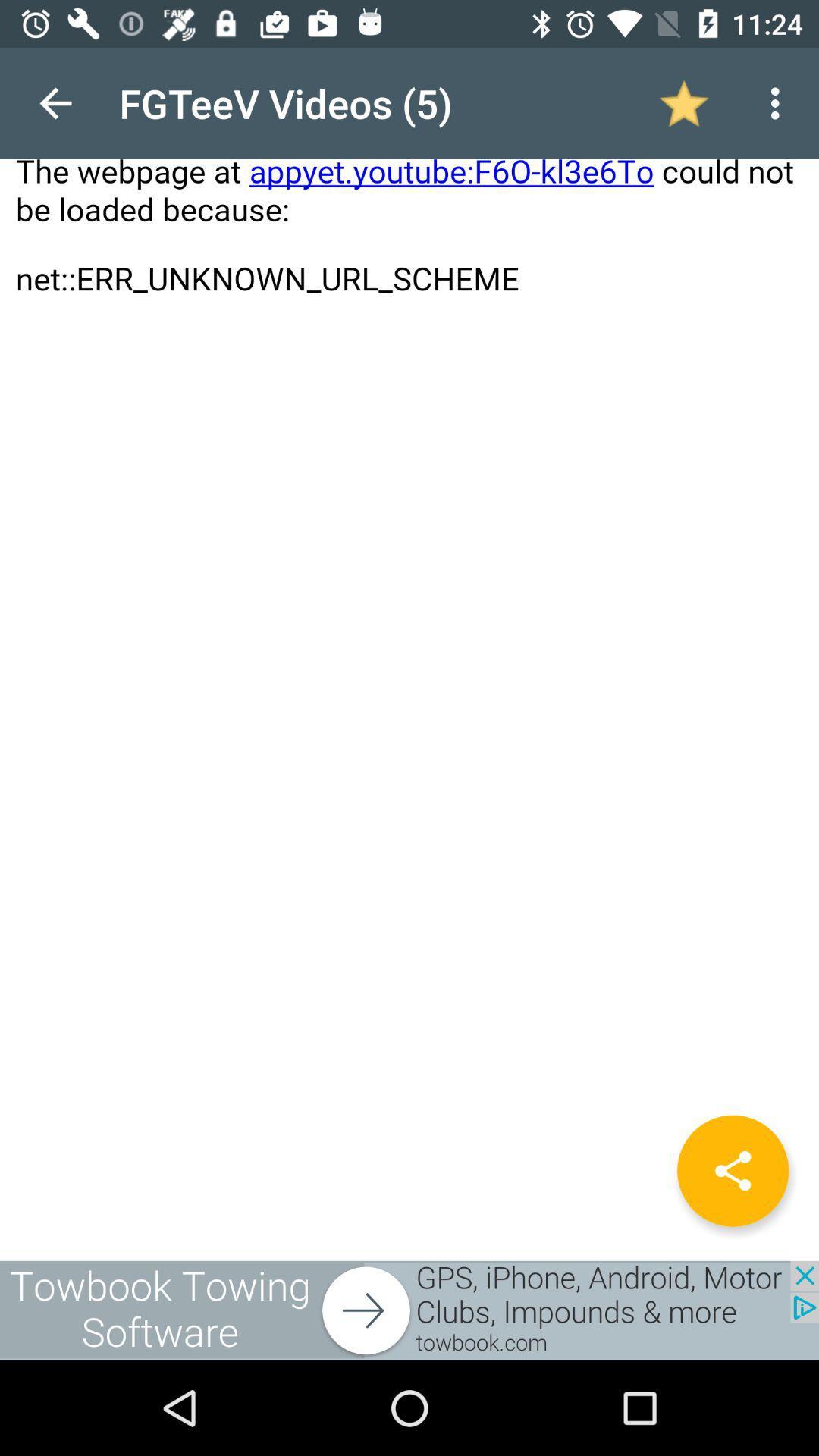 Image resolution: width=819 pixels, height=1456 pixels. Describe the element at coordinates (732, 1170) in the screenshot. I see `share this app` at that location.